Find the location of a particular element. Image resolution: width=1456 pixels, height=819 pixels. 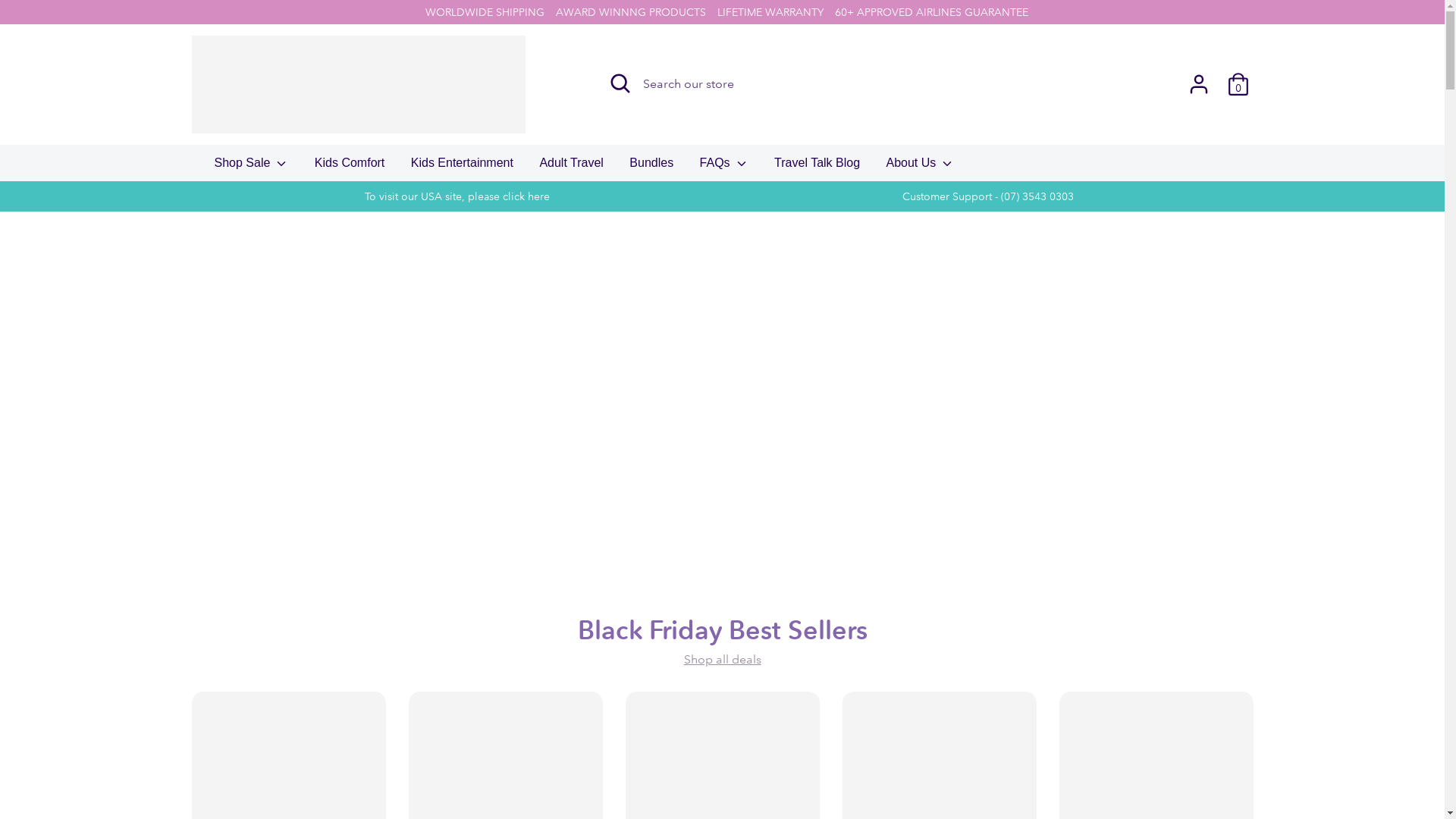

'Kids Entertainment' is located at coordinates (400, 167).